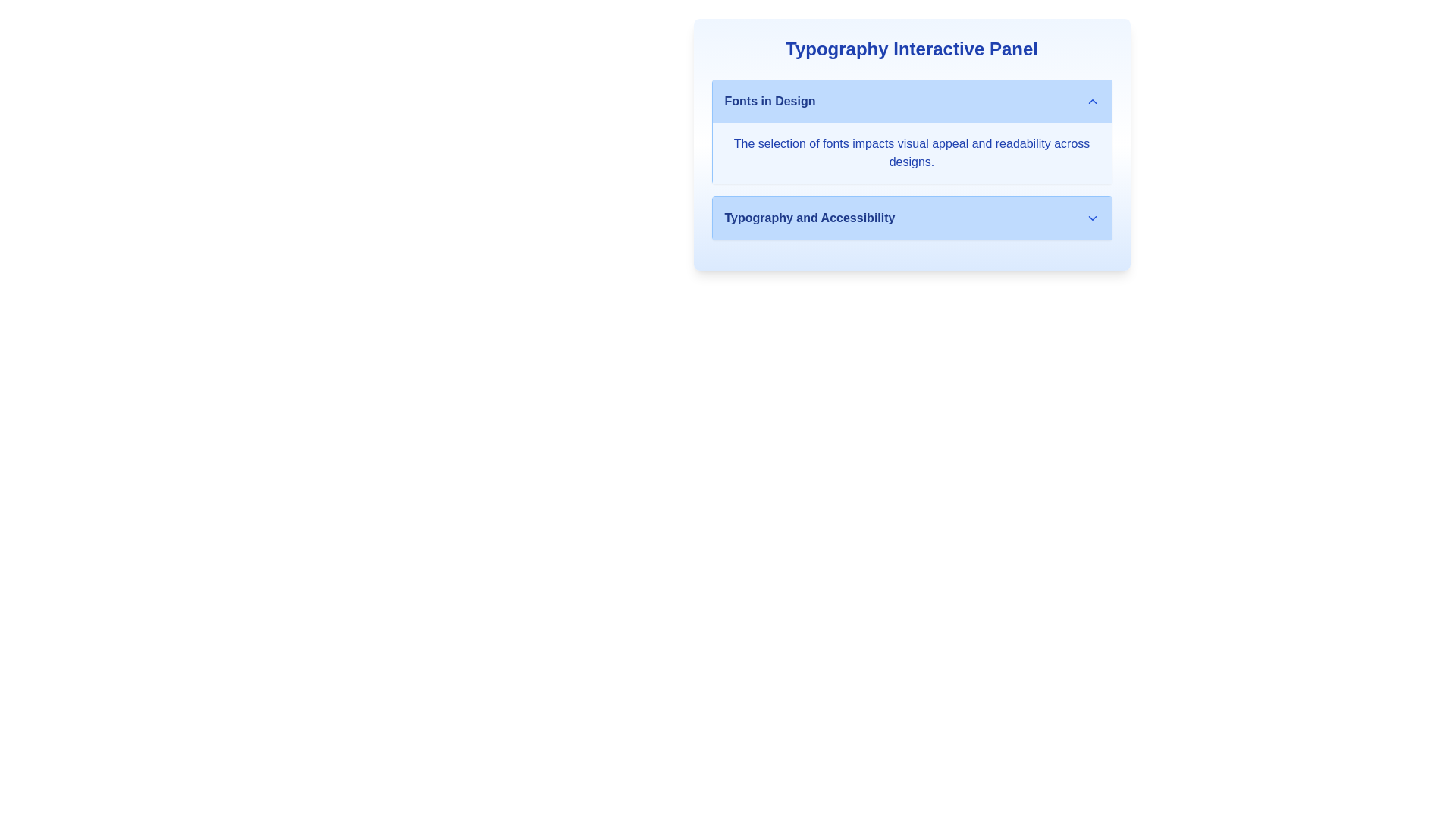 The height and width of the screenshot is (819, 1456). What do you see at coordinates (911, 152) in the screenshot?
I see `the static text element that provides context for 'Fonts in Design', located under the heading and above the toggle icon` at bounding box center [911, 152].